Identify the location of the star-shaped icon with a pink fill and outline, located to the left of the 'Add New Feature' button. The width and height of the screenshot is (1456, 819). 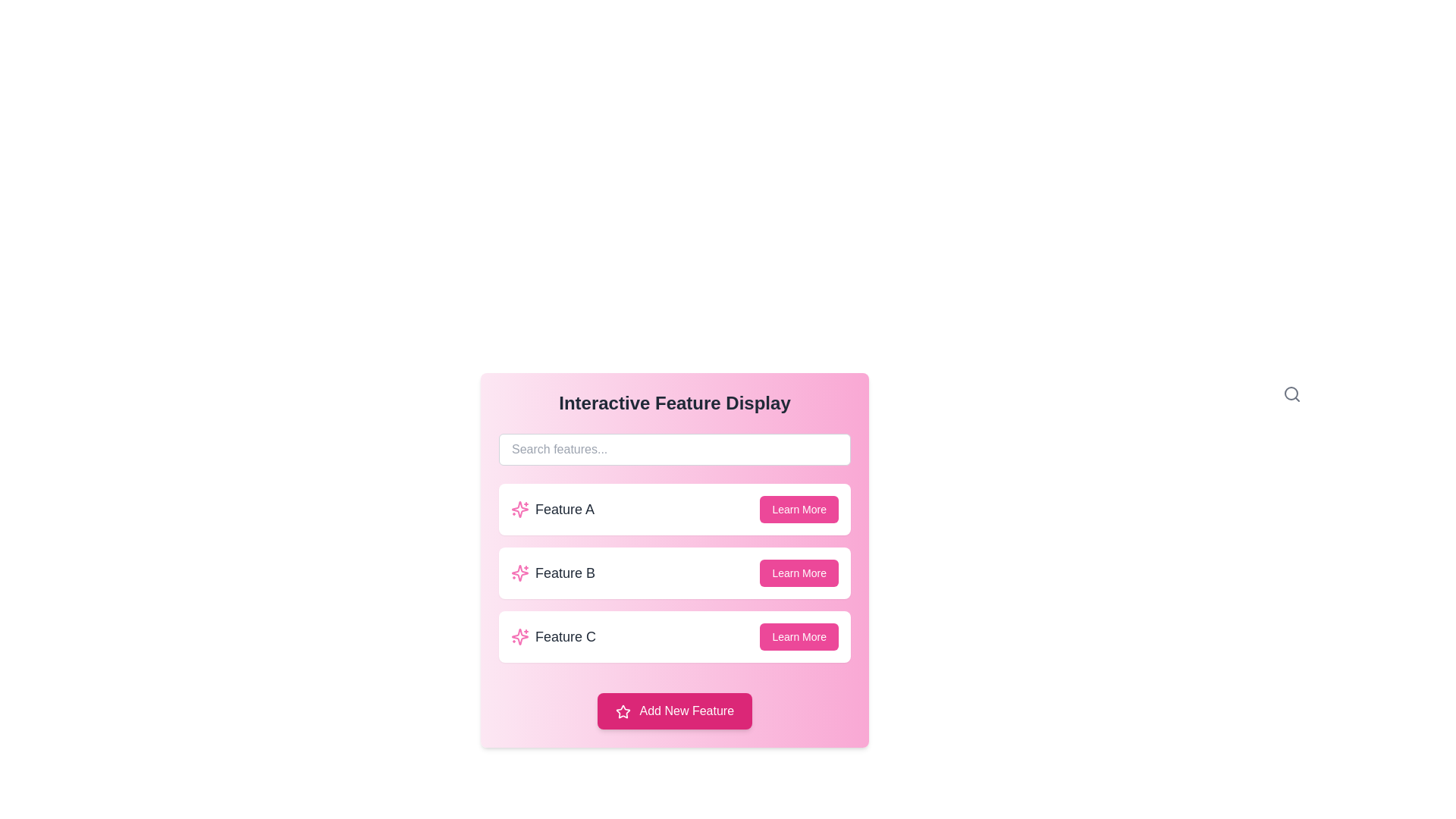
(623, 711).